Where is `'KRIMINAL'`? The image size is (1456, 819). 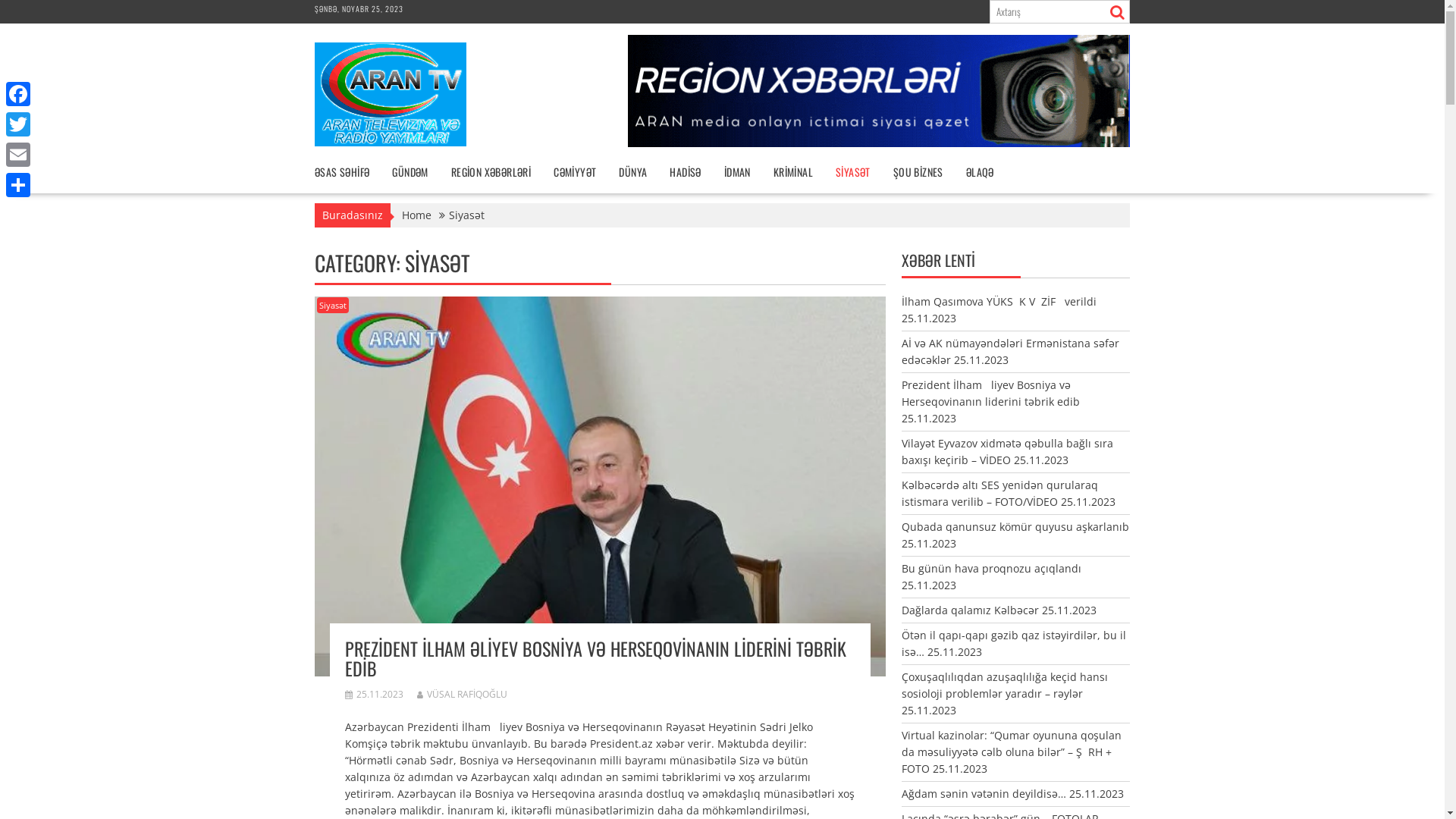 'KRIMINAL' is located at coordinates (761, 171).